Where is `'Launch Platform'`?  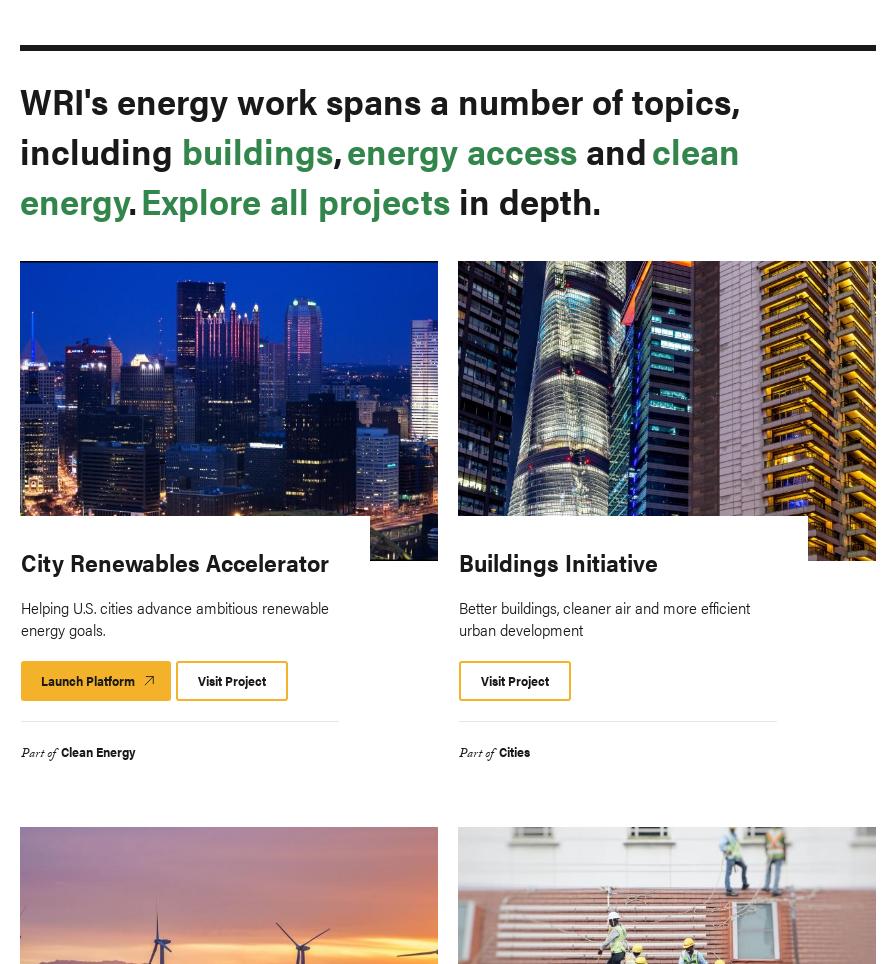 'Launch Platform' is located at coordinates (87, 678).